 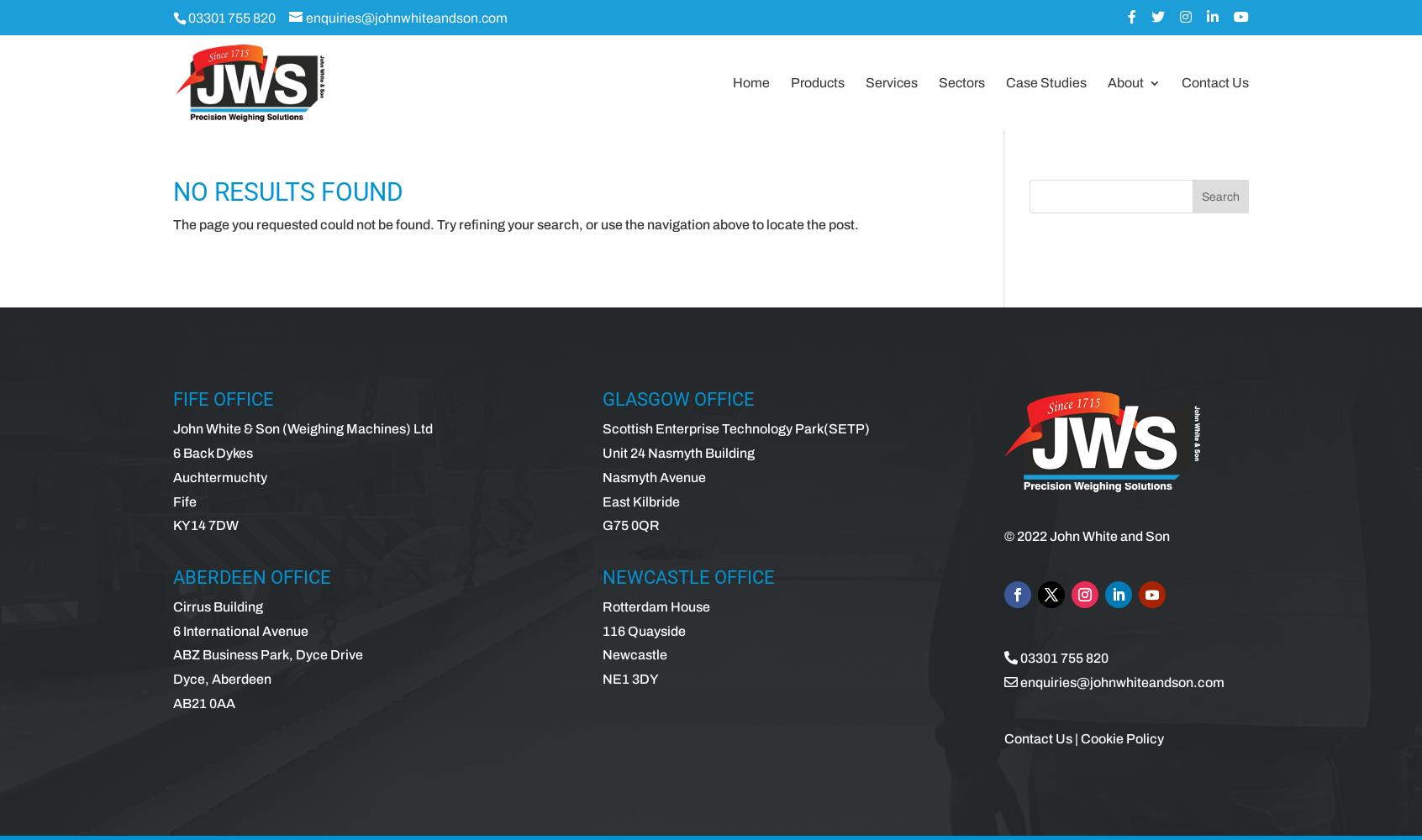 What do you see at coordinates (750, 81) in the screenshot?
I see `'Home'` at bounding box center [750, 81].